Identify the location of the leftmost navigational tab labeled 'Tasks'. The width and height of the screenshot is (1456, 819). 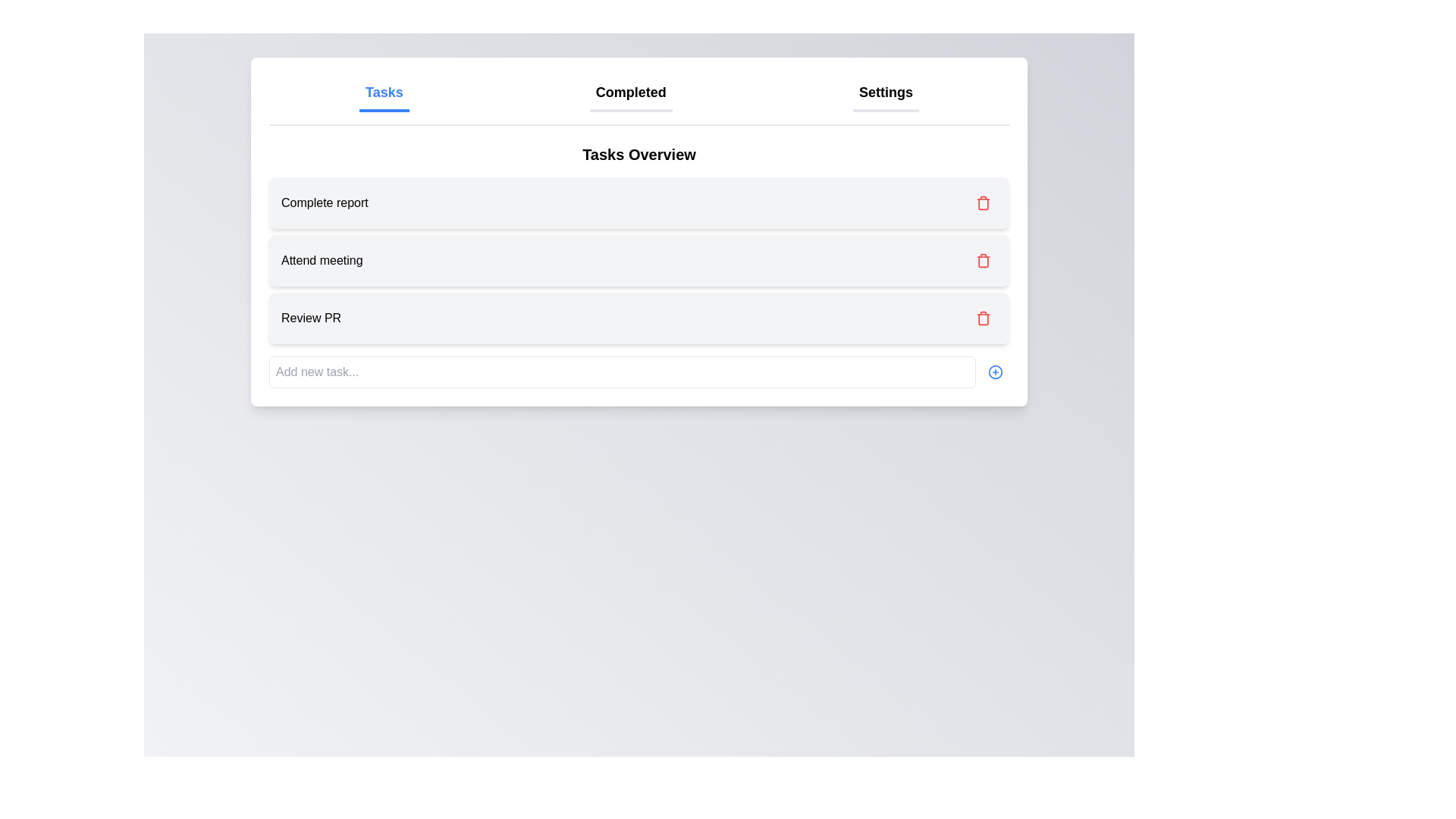
(384, 93).